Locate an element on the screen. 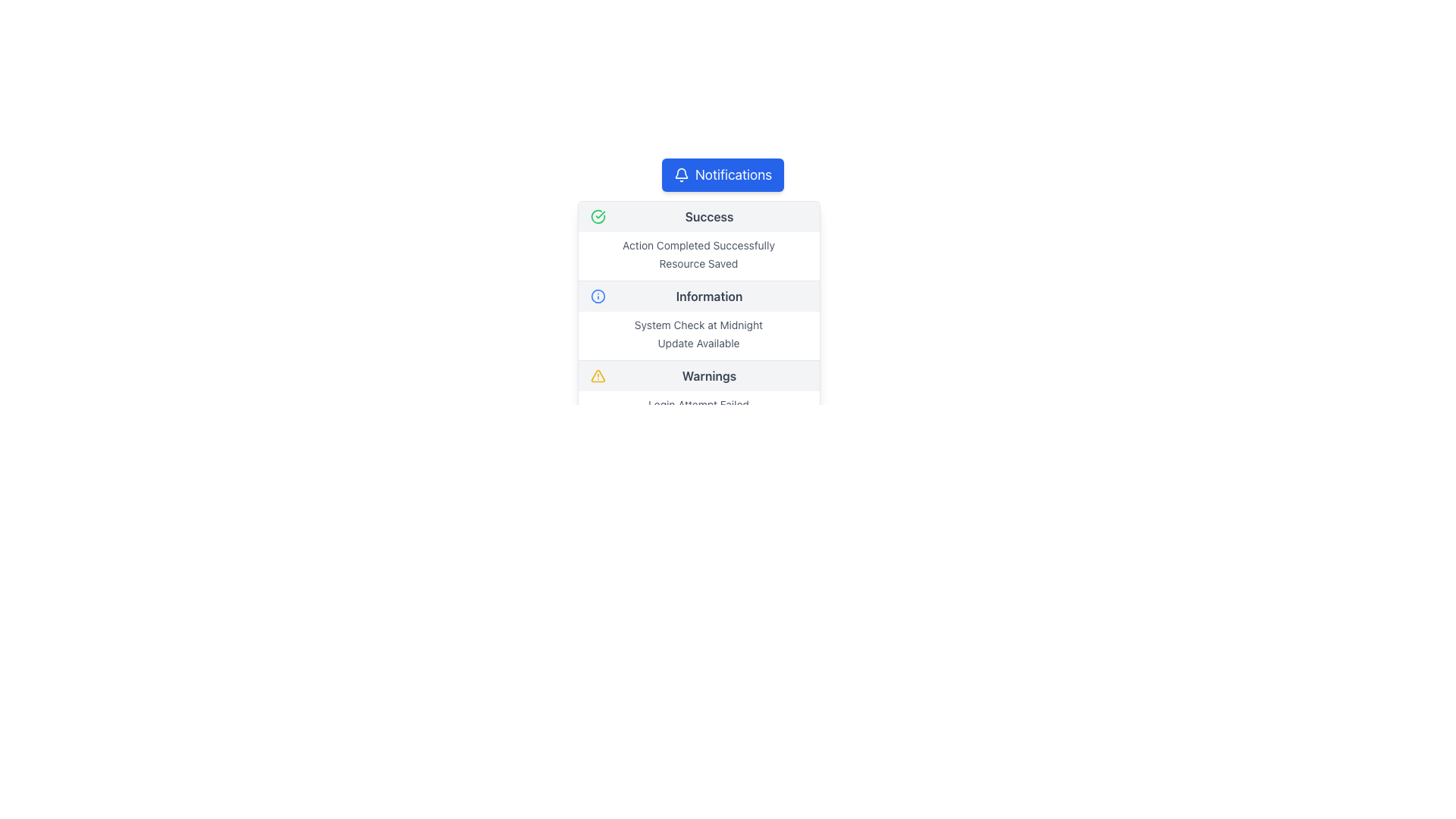 The height and width of the screenshot is (819, 1456). the first notification item labeled 'Success' with a green check icon, which indicates that an action has been completed successfully is located at coordinates (698, 240).